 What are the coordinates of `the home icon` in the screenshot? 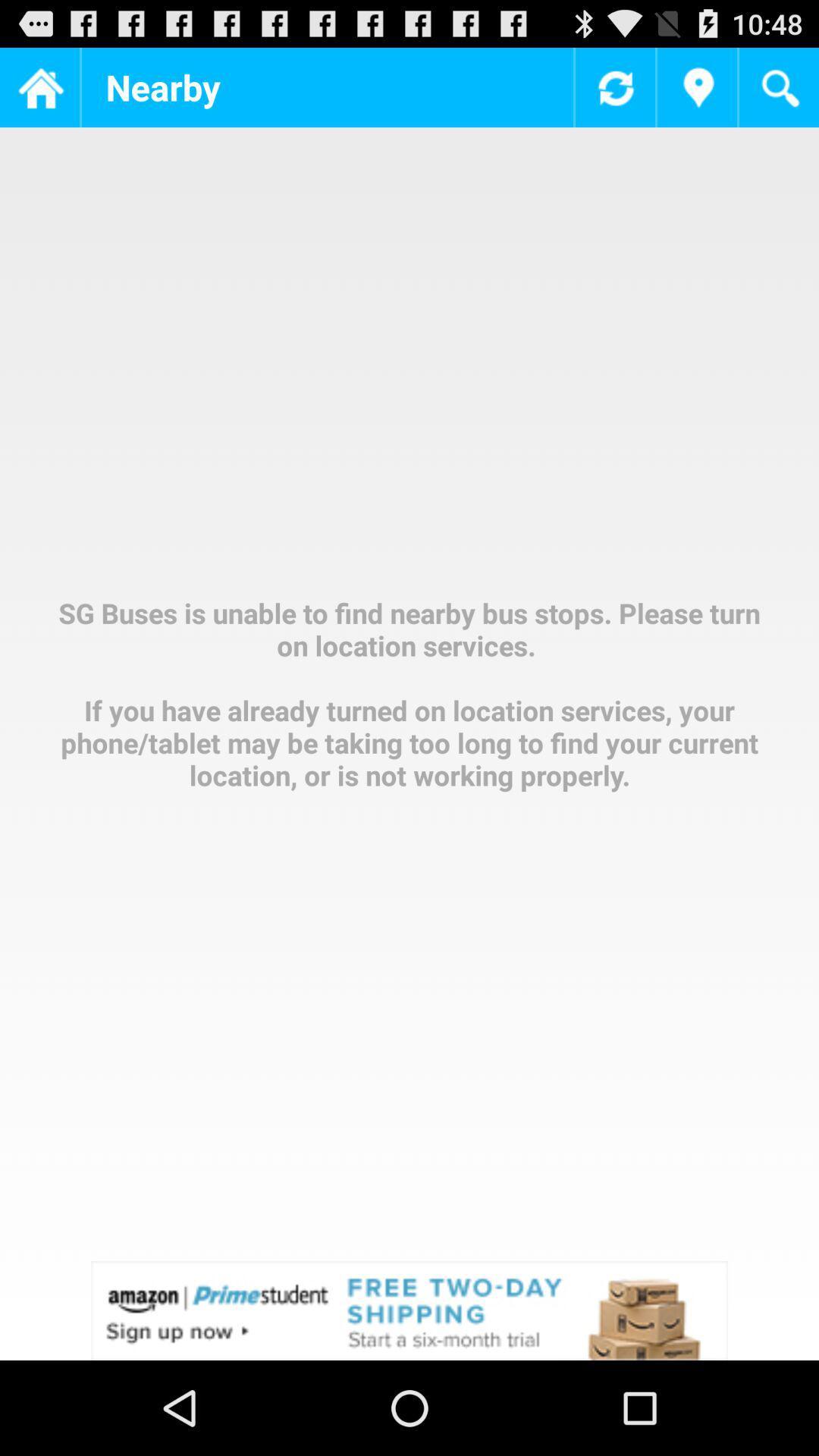 It's located at (39, 93).